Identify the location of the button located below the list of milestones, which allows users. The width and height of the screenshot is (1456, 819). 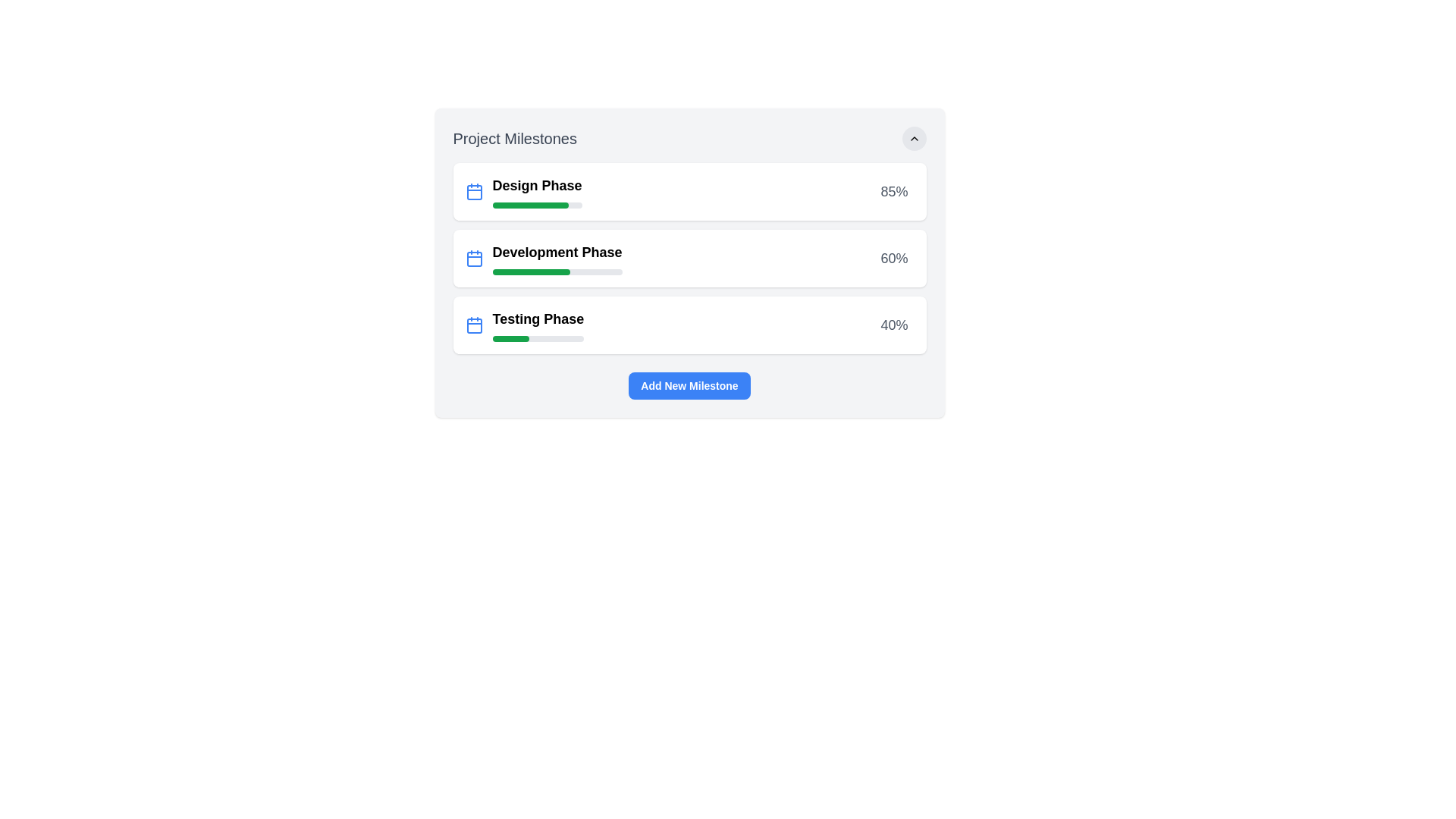
(689, 385).